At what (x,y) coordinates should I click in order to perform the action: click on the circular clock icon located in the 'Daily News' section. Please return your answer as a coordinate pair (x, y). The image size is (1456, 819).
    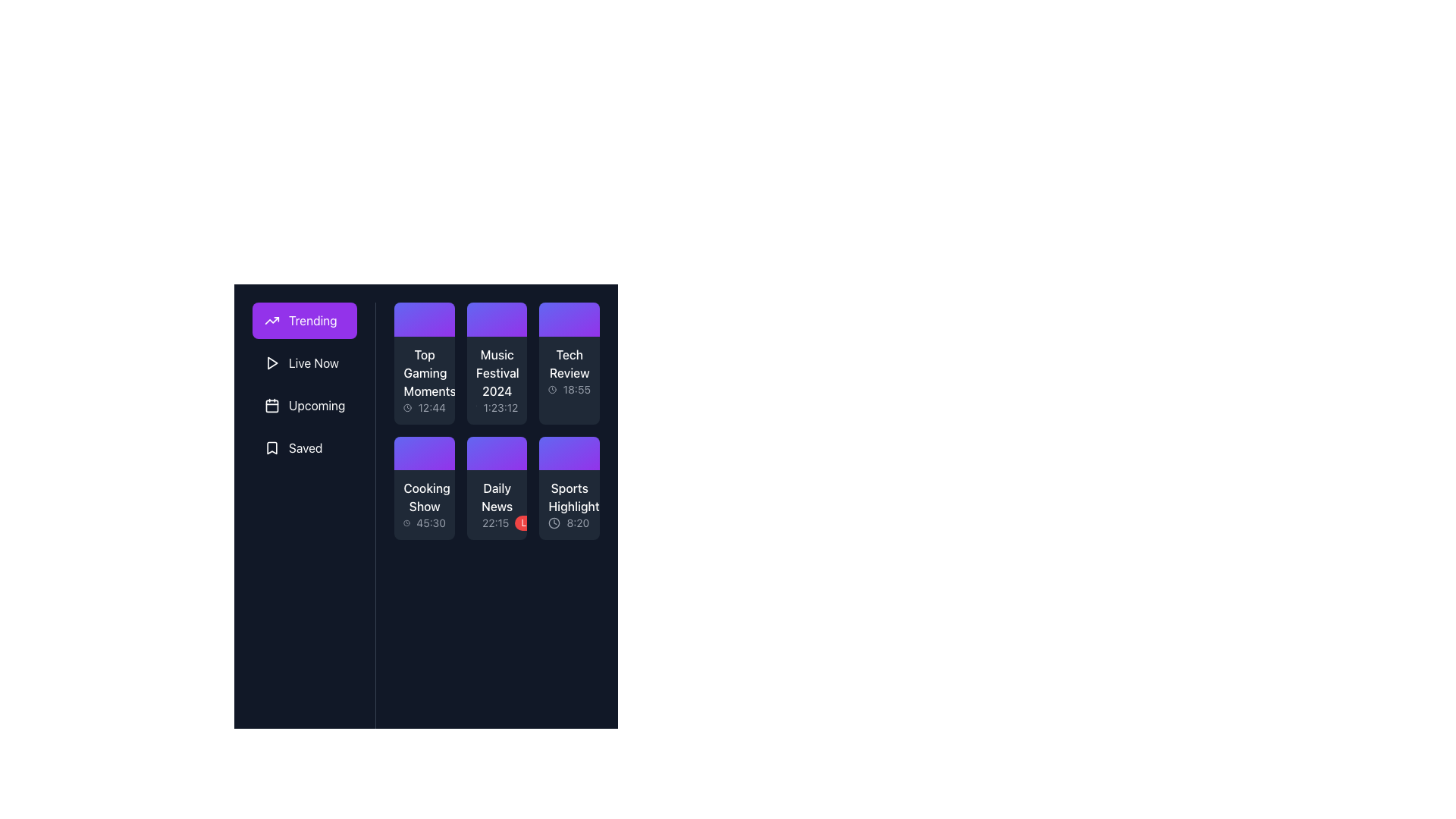
    Looking at the image, I should click on (484, 526).